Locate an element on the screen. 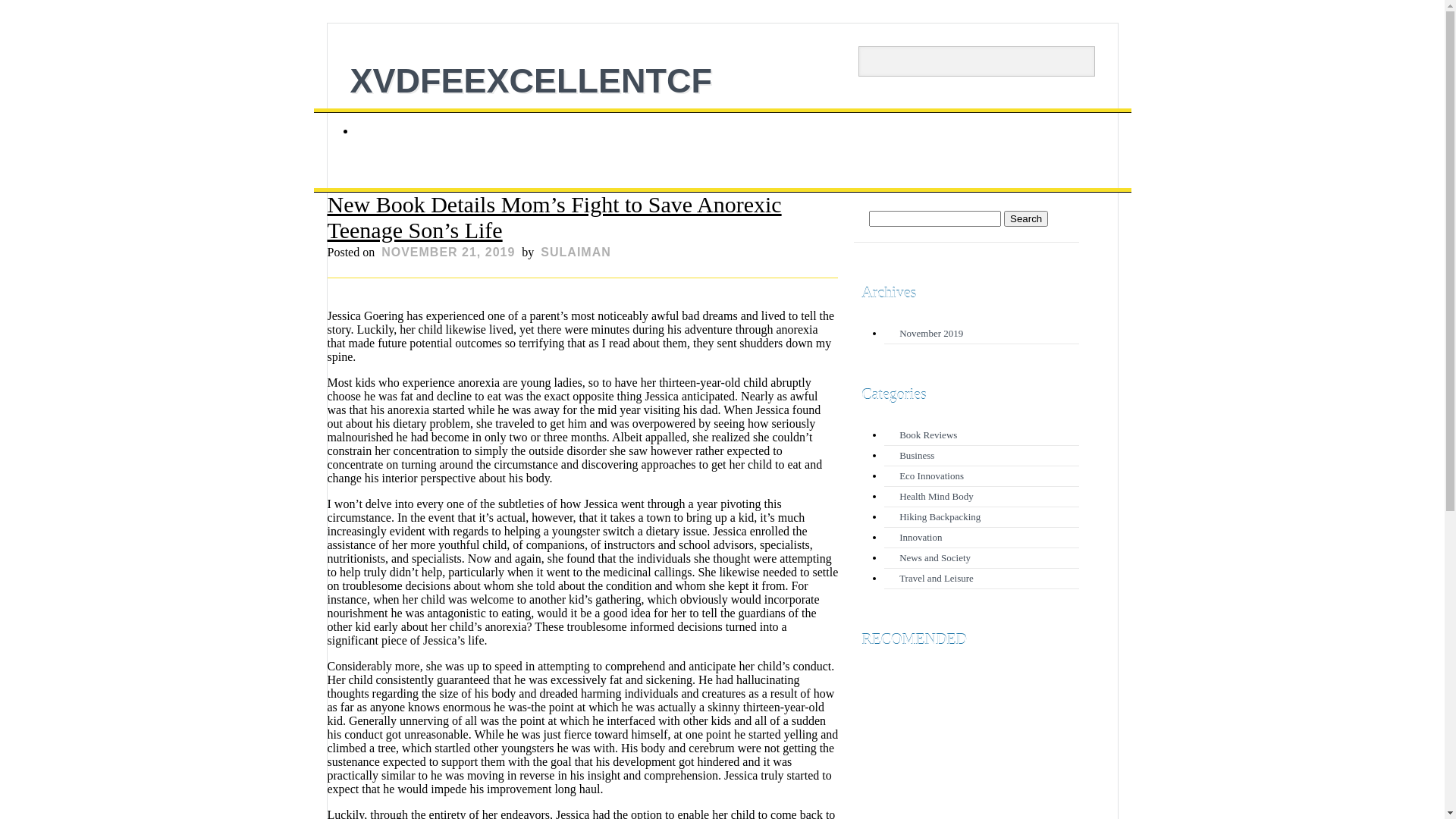 The image size is (1456, 819). 'News and Society' is located at coordinates (899, 557).